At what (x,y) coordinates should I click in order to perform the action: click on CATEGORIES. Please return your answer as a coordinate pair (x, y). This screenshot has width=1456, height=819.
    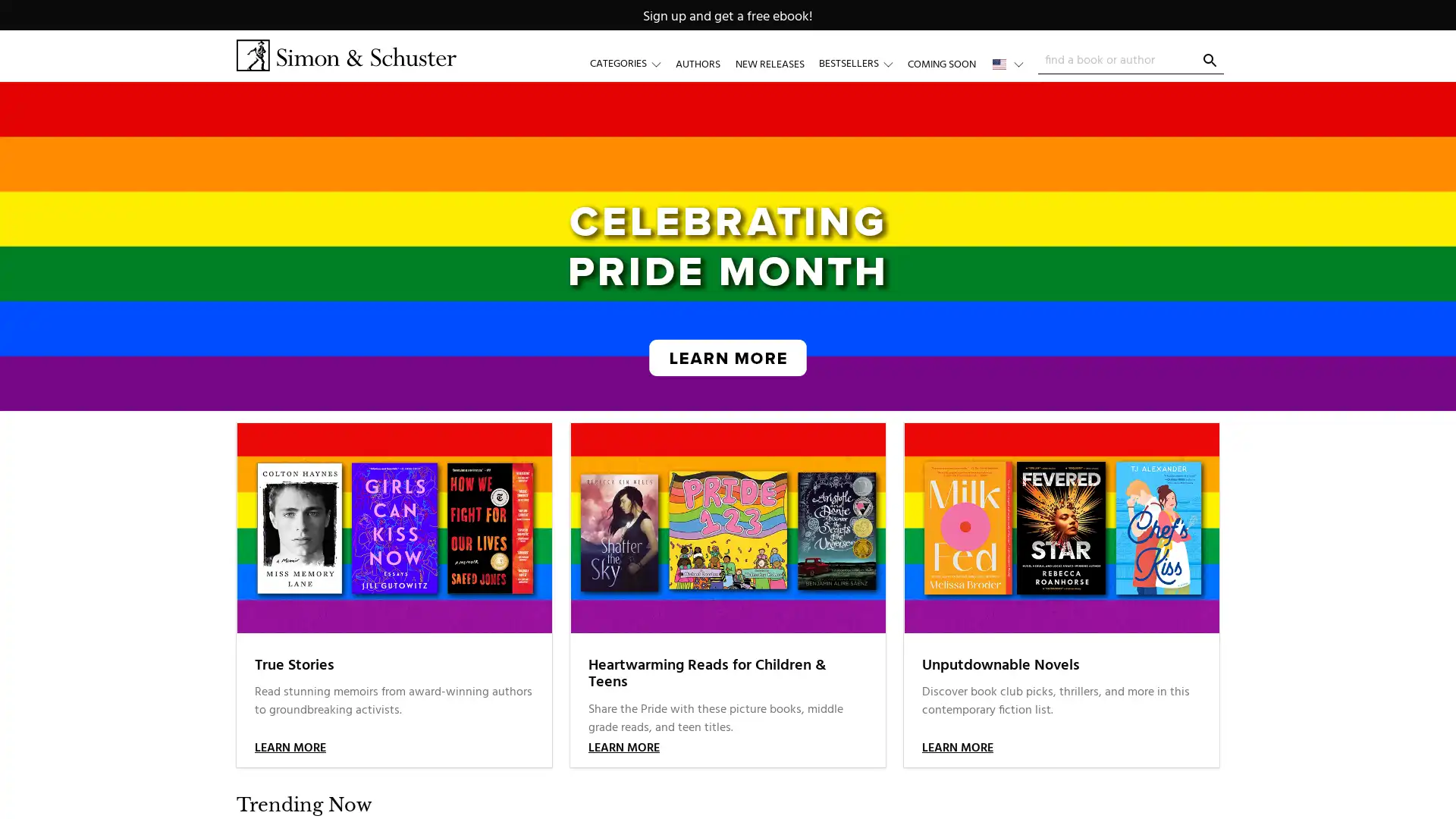
    Looking at the image, I should click on (632, 63).